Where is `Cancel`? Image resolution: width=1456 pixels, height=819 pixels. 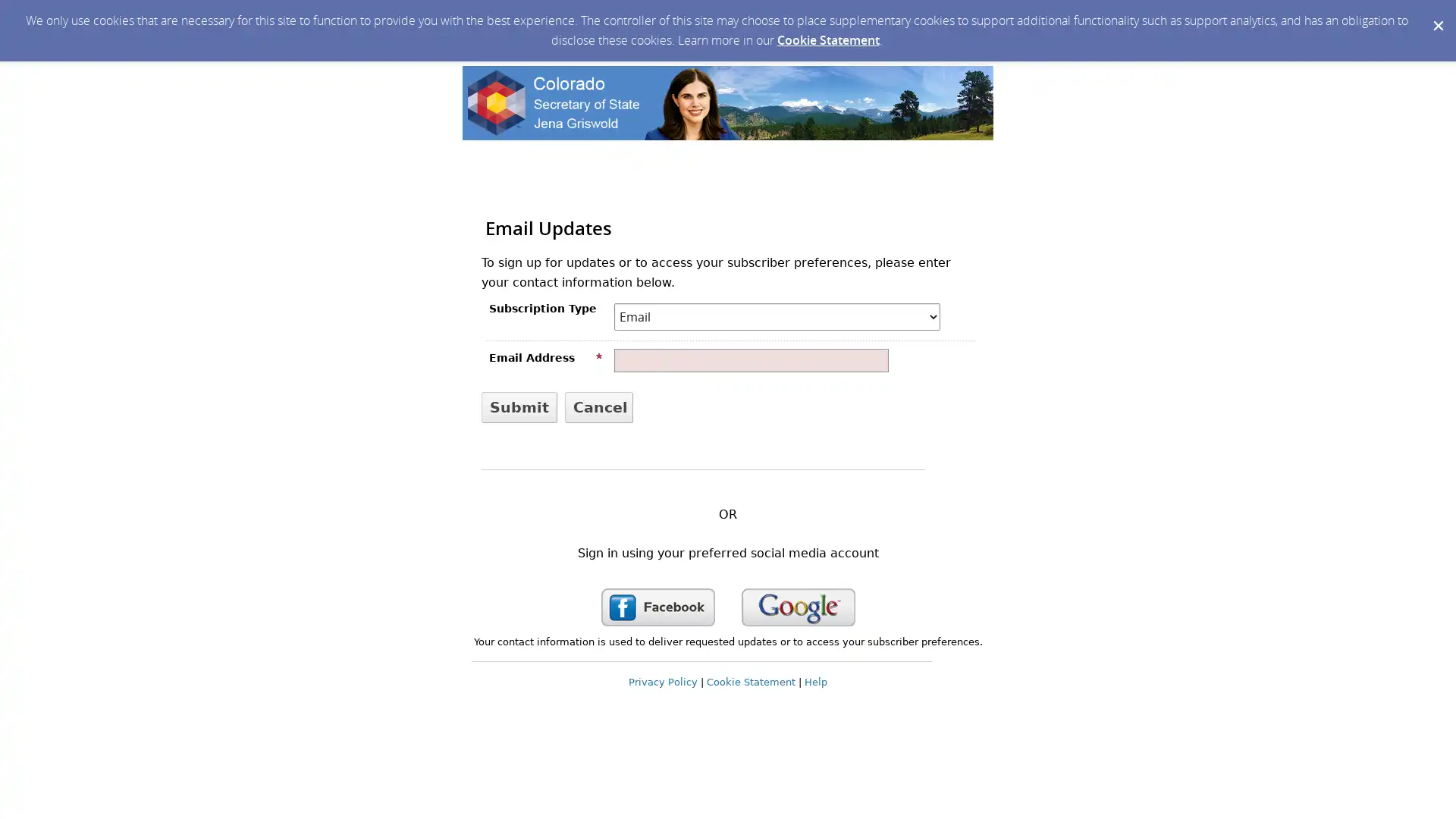
Cancel is located at coordinates (598, 406).